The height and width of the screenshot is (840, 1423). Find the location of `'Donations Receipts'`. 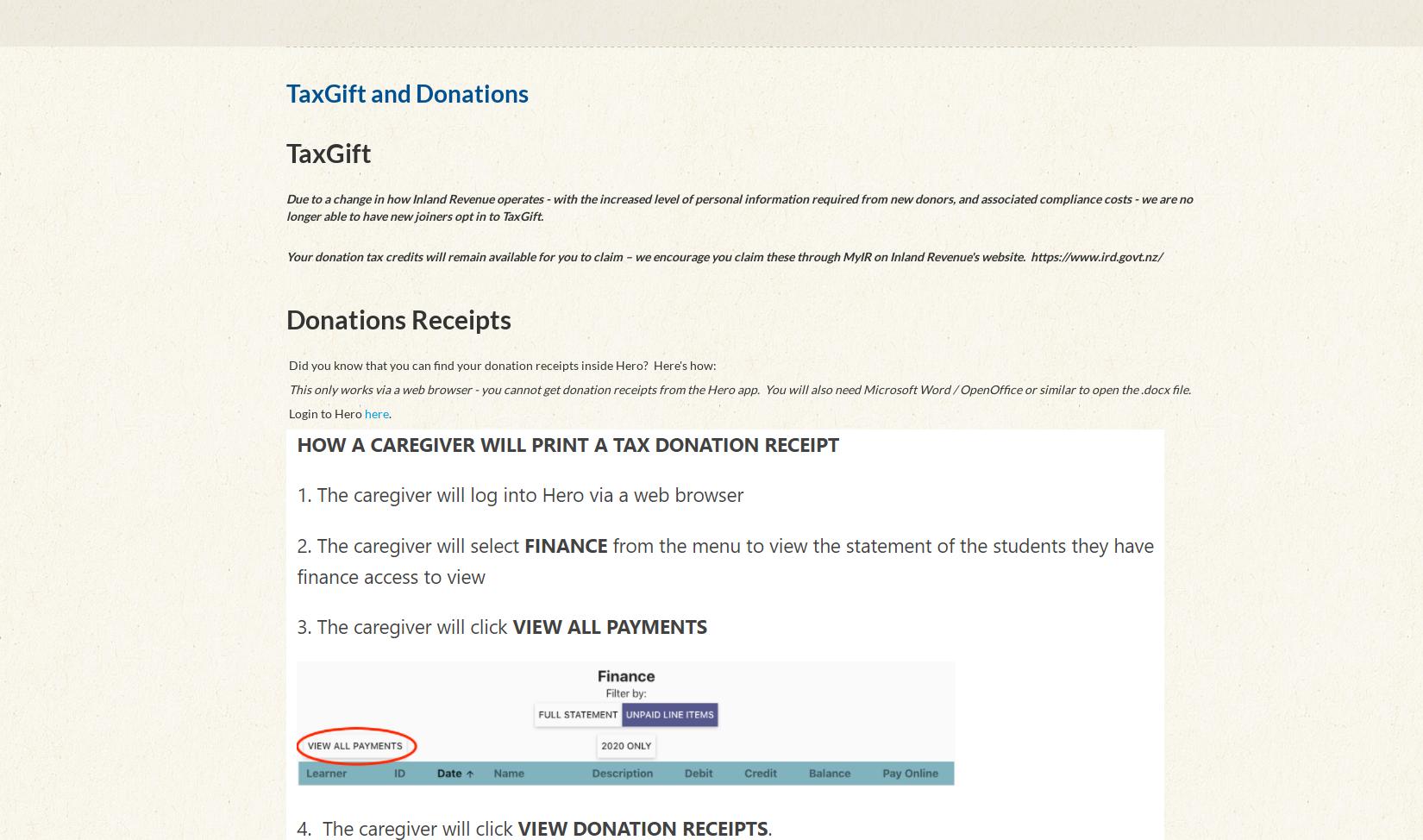

'Donations Receipts' is located at coordinates (398, 319).